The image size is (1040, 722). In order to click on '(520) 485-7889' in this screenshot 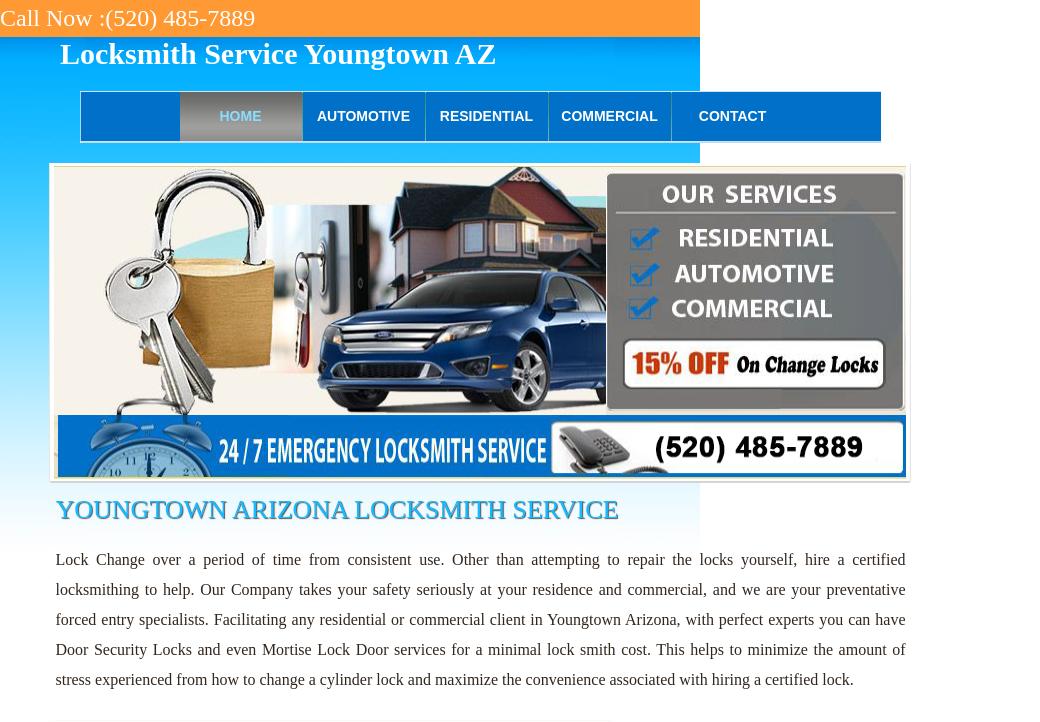, I will do `click(792, 53)`.